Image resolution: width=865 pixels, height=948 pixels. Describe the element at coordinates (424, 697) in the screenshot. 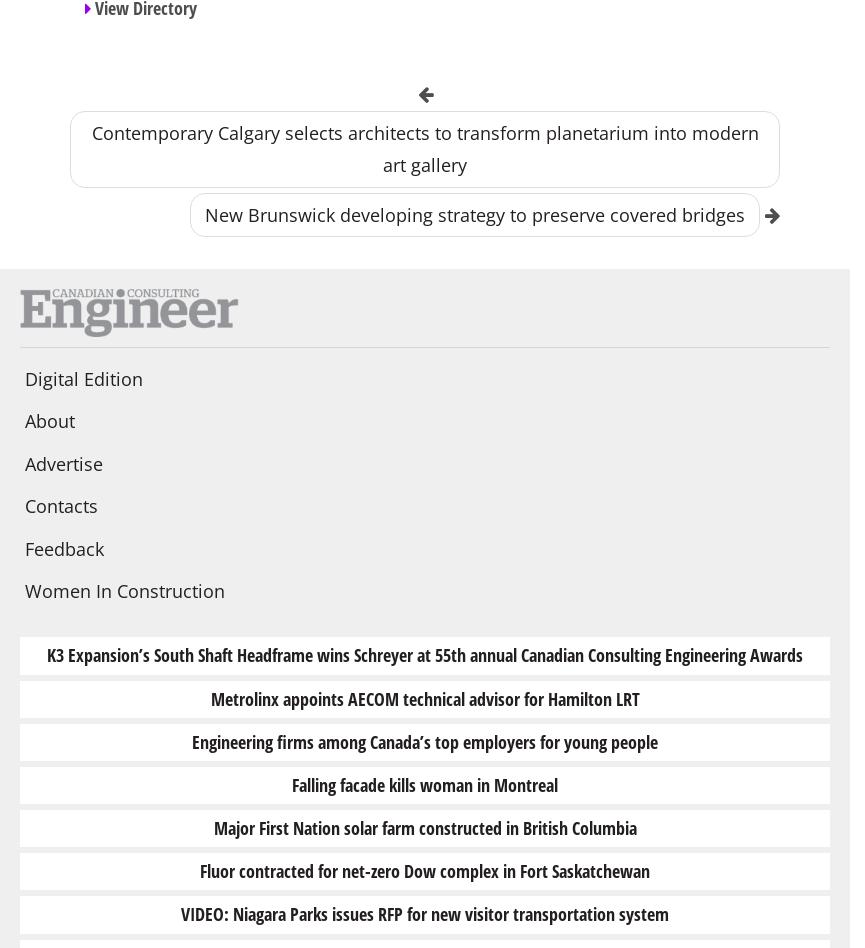

I see `'Metrolinx appoints AECOM technical advisor for Hamilton LRT'` at that location.